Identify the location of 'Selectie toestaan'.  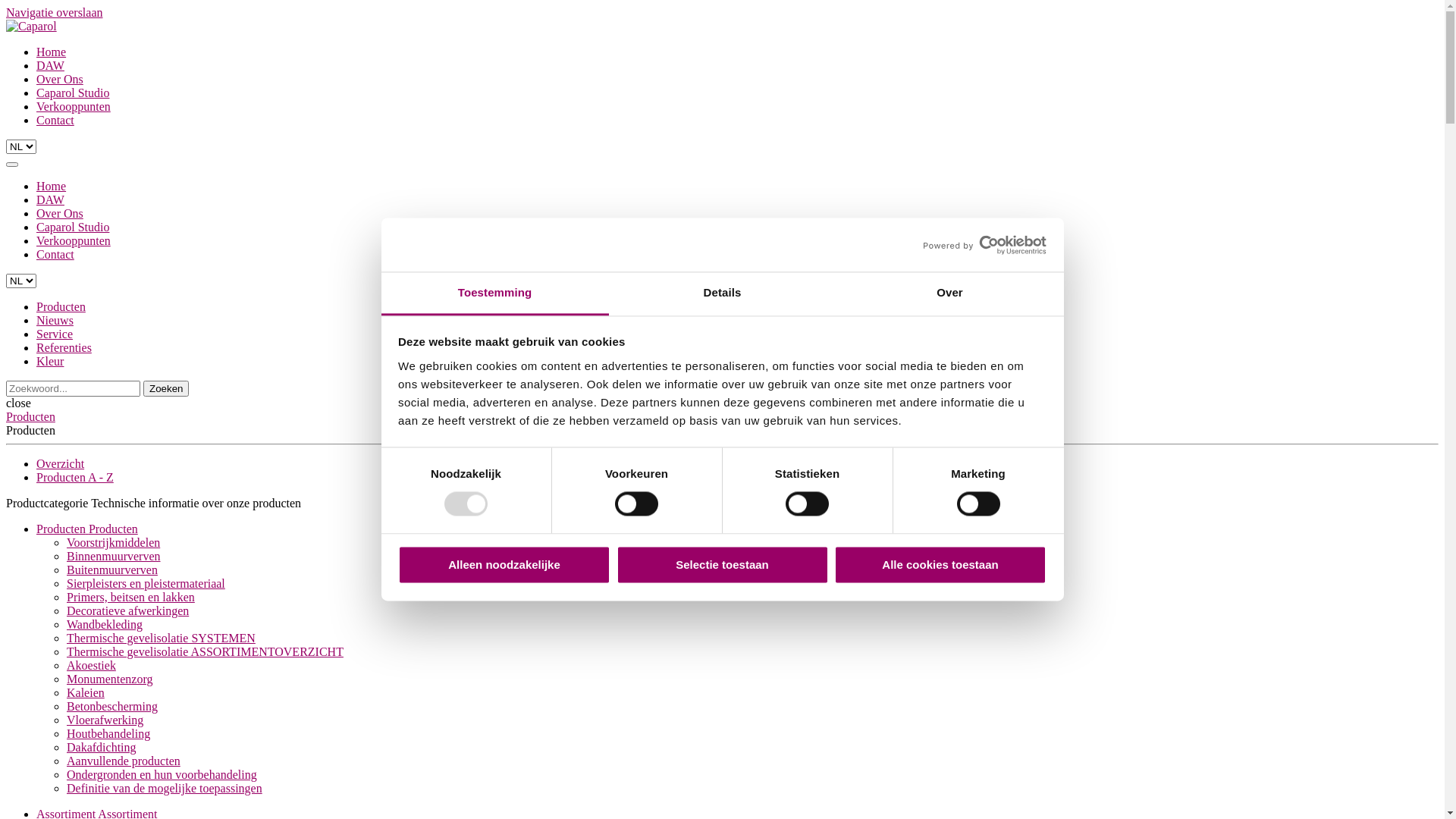
(720, 564).